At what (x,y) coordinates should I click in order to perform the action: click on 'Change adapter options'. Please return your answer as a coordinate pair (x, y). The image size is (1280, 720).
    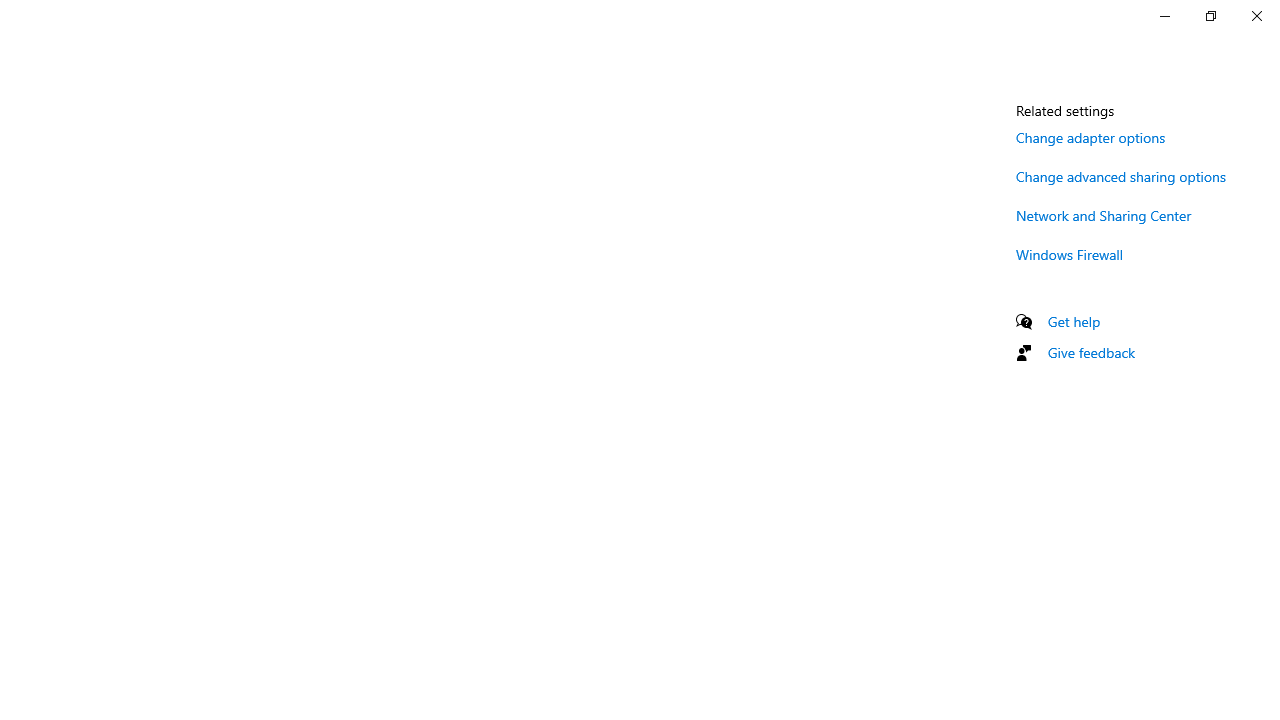
    Looking at the image, I should click on (1090, 136).